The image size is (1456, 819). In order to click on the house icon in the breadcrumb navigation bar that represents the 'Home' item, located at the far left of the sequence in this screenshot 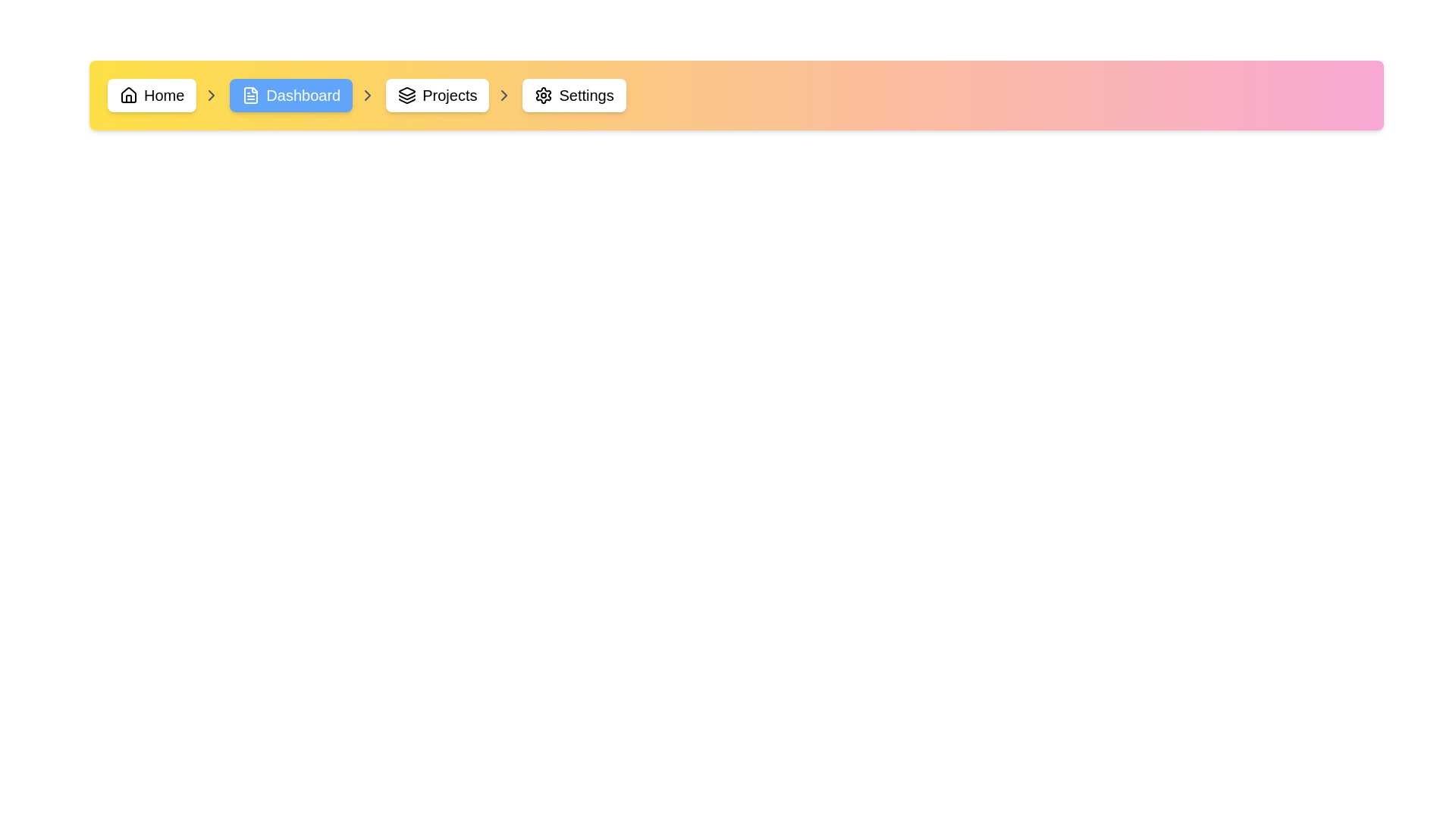, I will do `click(128, 99)`.